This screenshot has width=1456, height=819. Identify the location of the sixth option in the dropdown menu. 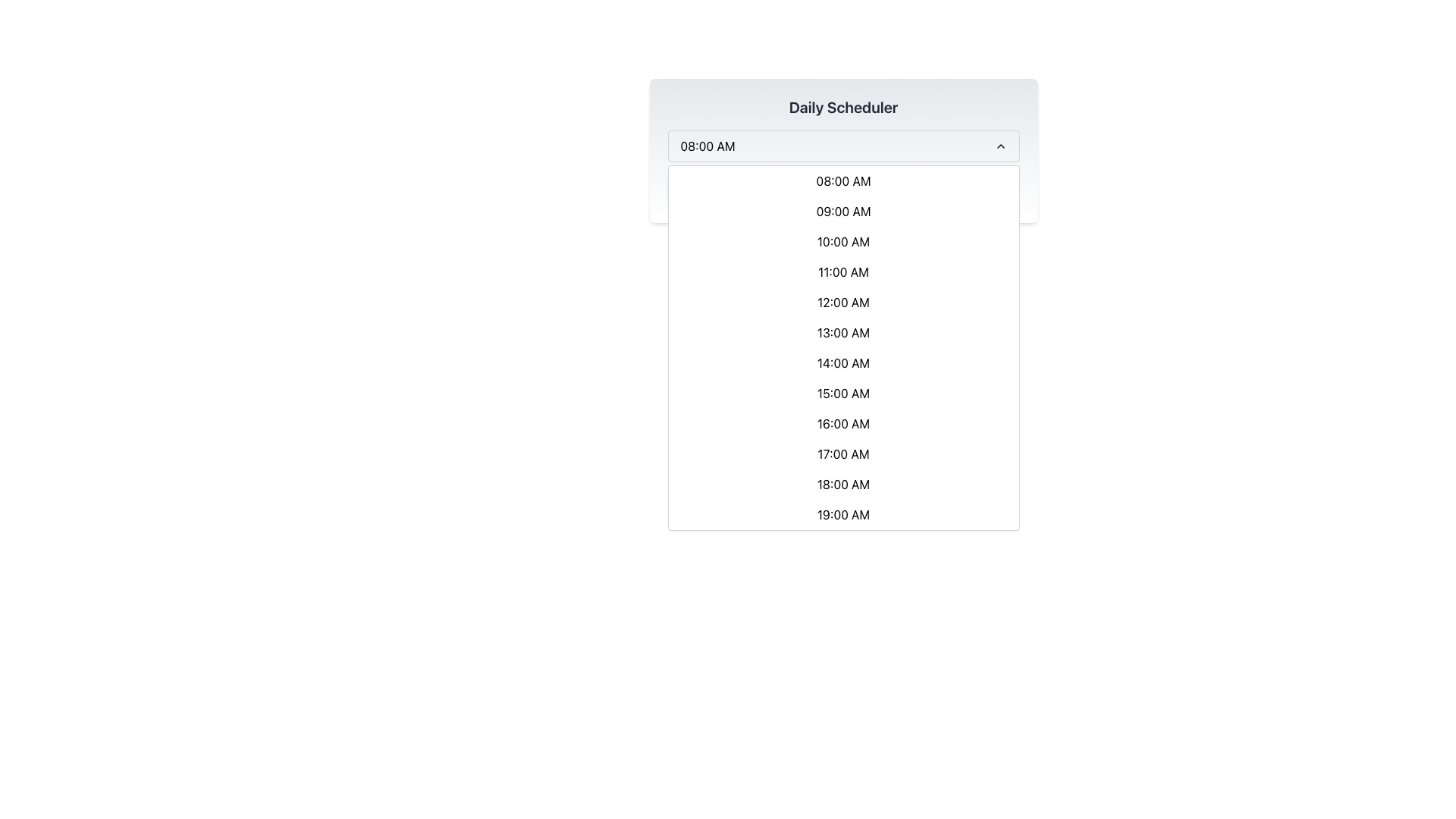
(843, 332).